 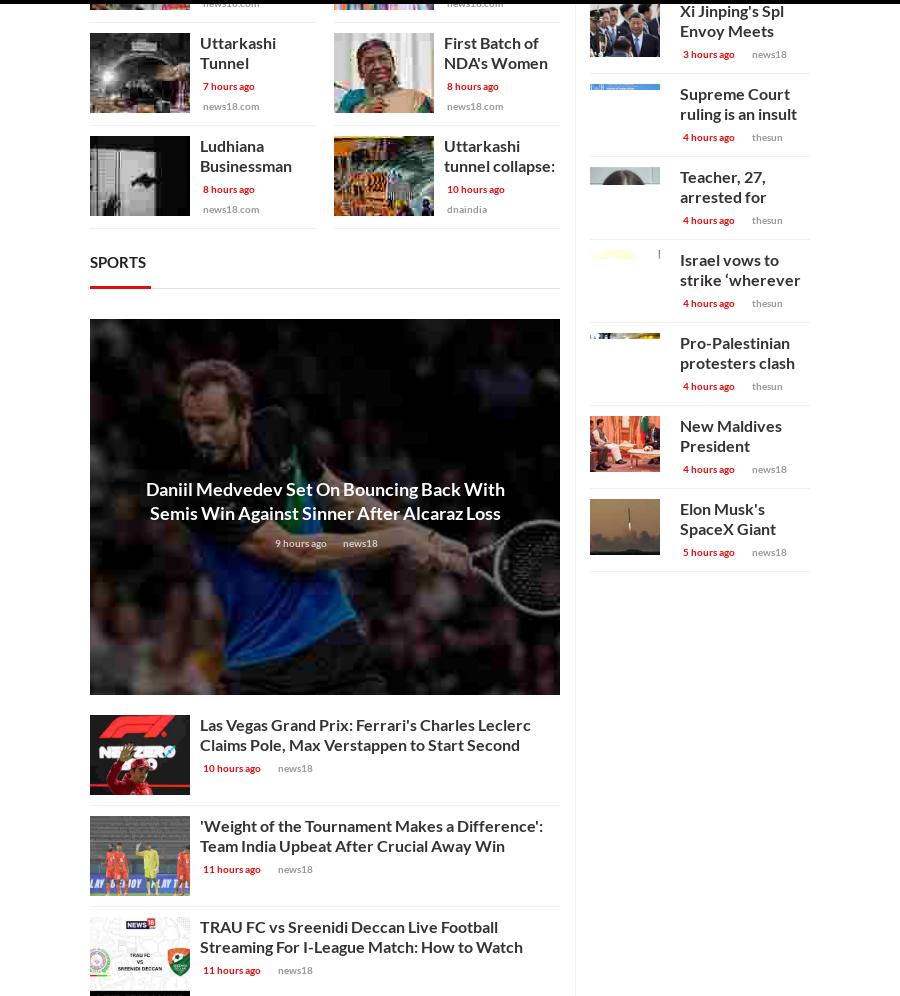 What do you see at coordinates (739, 339) in the screenshot?
I see `'Israel vows to strike ‘wherever Hamas exists’ as tanks and troops storm two new terror strongholds as hospital evacuated'` at bounding box center [739, 339].